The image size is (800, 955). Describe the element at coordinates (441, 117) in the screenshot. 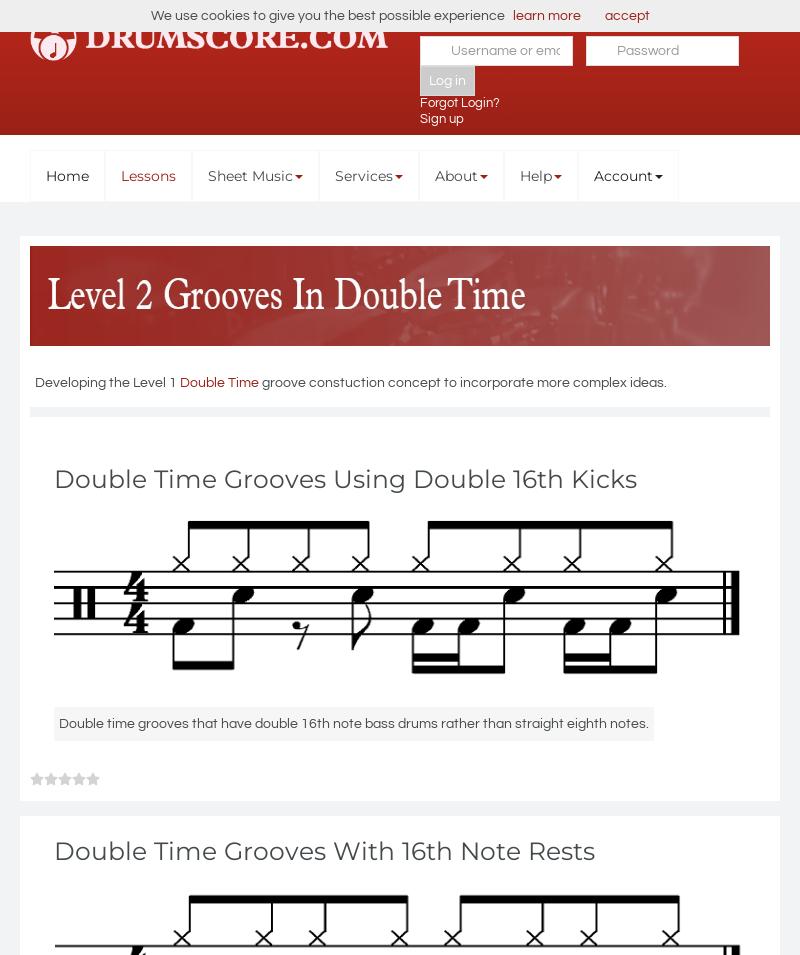

I see `'Sign up'` at that location.